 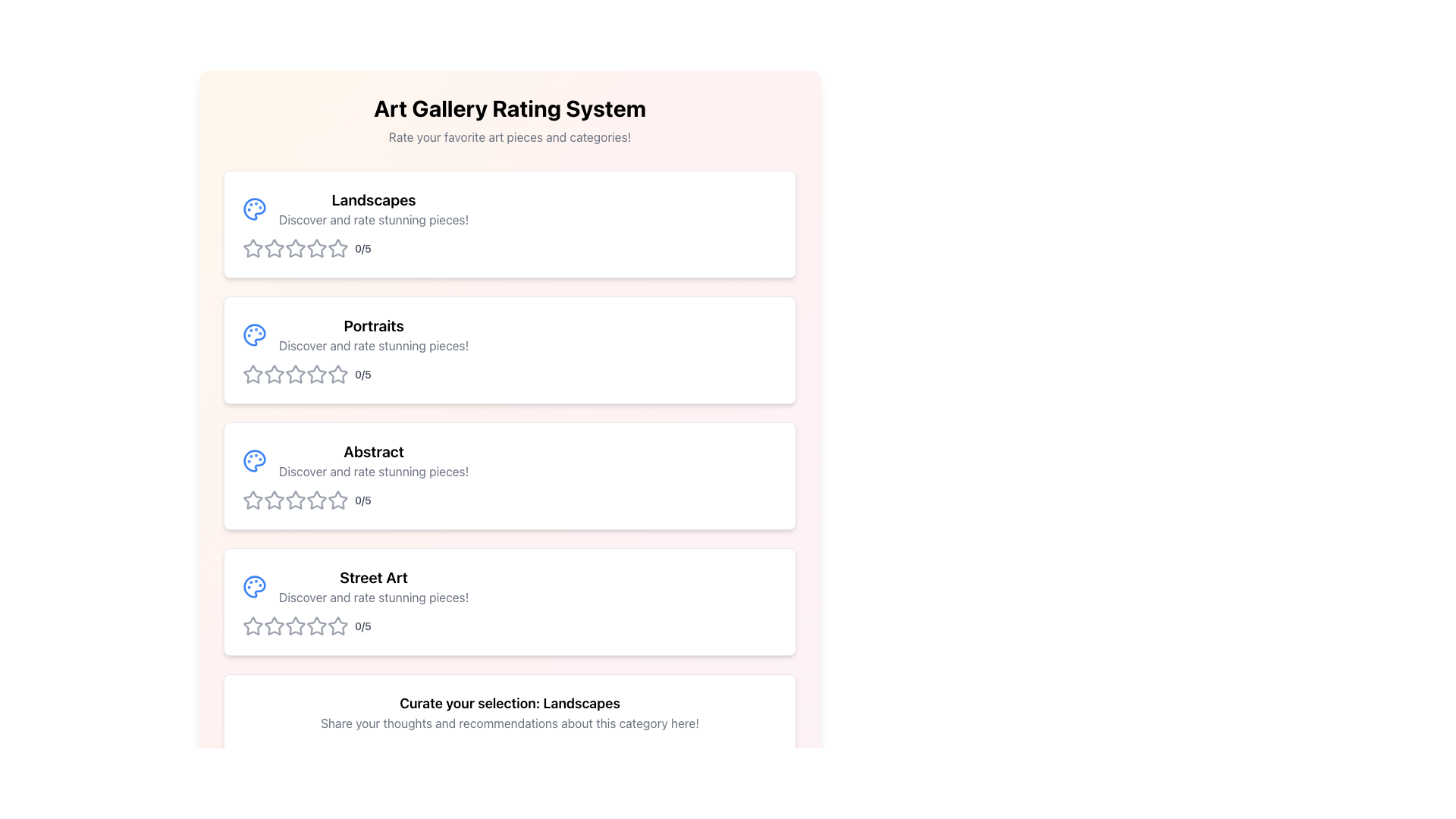 I want to click on the second star from the left in the row of five stars to provide a rating for the 'Abstract' category, so click(x=295, y=500).